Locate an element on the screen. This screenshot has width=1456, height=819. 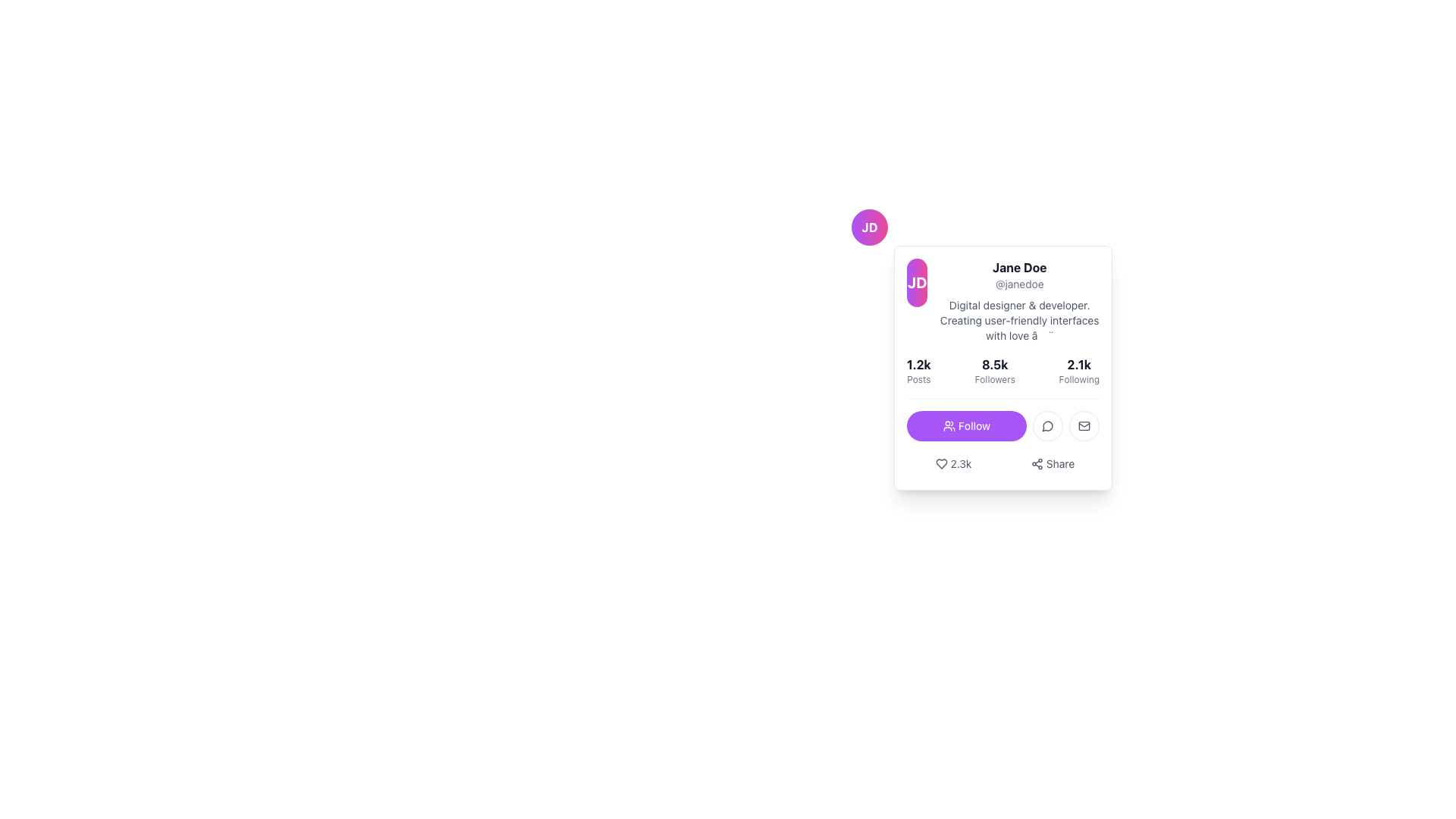
the heart icon located at the bottom-right of the profile card is located at coordinates (940, 463).